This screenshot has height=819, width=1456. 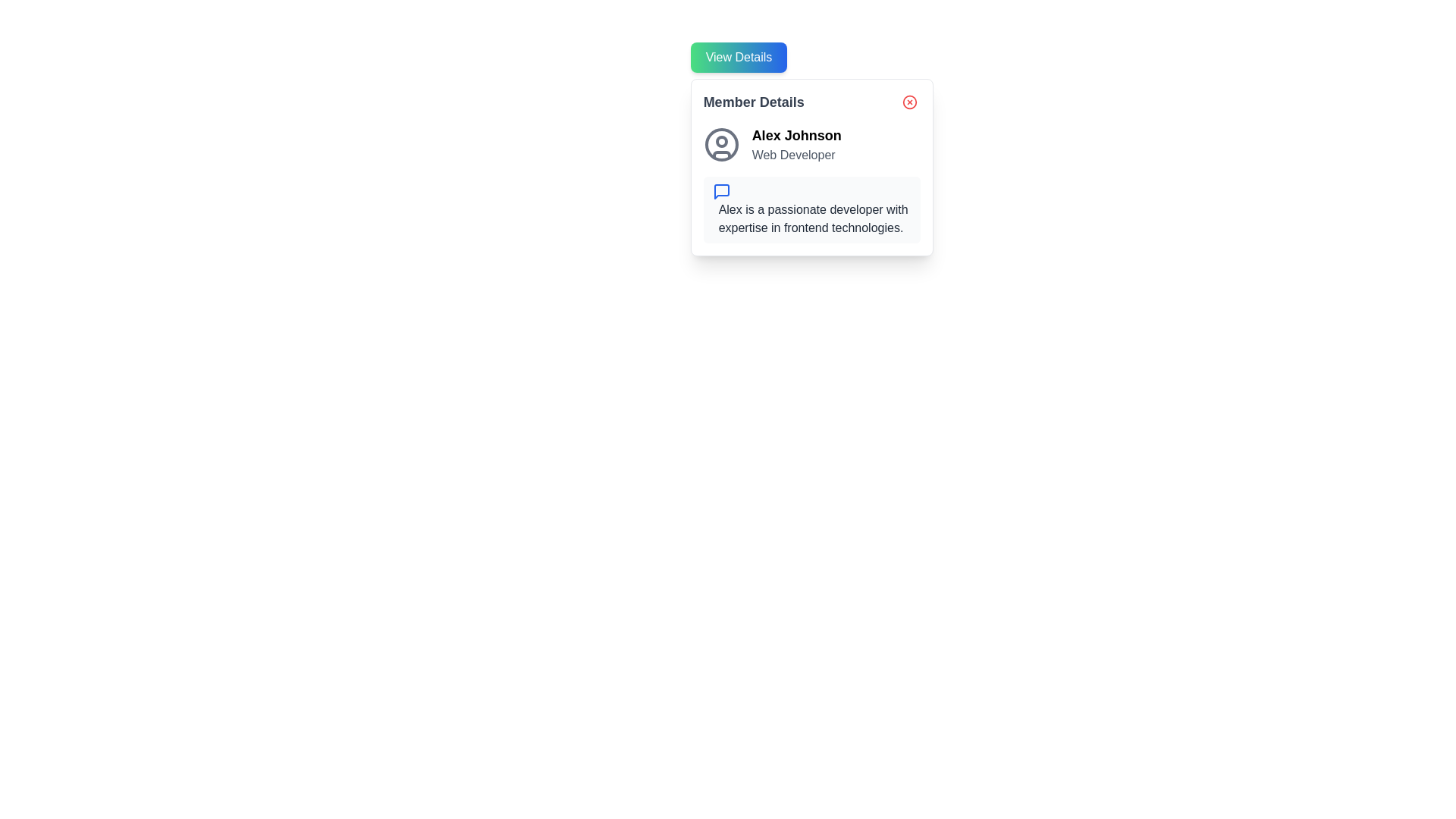 I want to click on the text 'Alex Johnson' in the Member Details card, which is the second section containing a profile avatar and text information, so click(x=811, y=145).